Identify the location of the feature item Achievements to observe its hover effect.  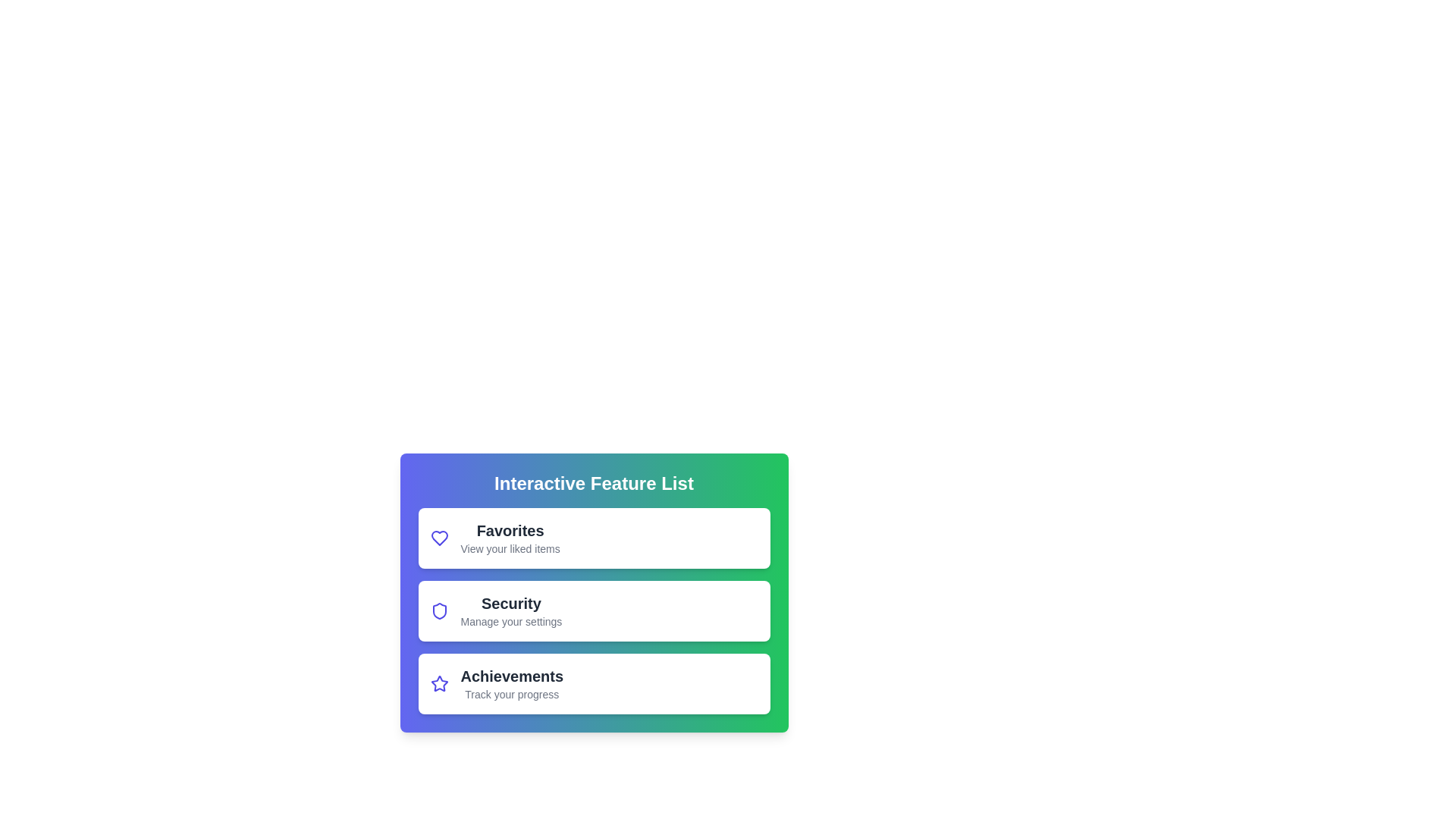
(593, 684).